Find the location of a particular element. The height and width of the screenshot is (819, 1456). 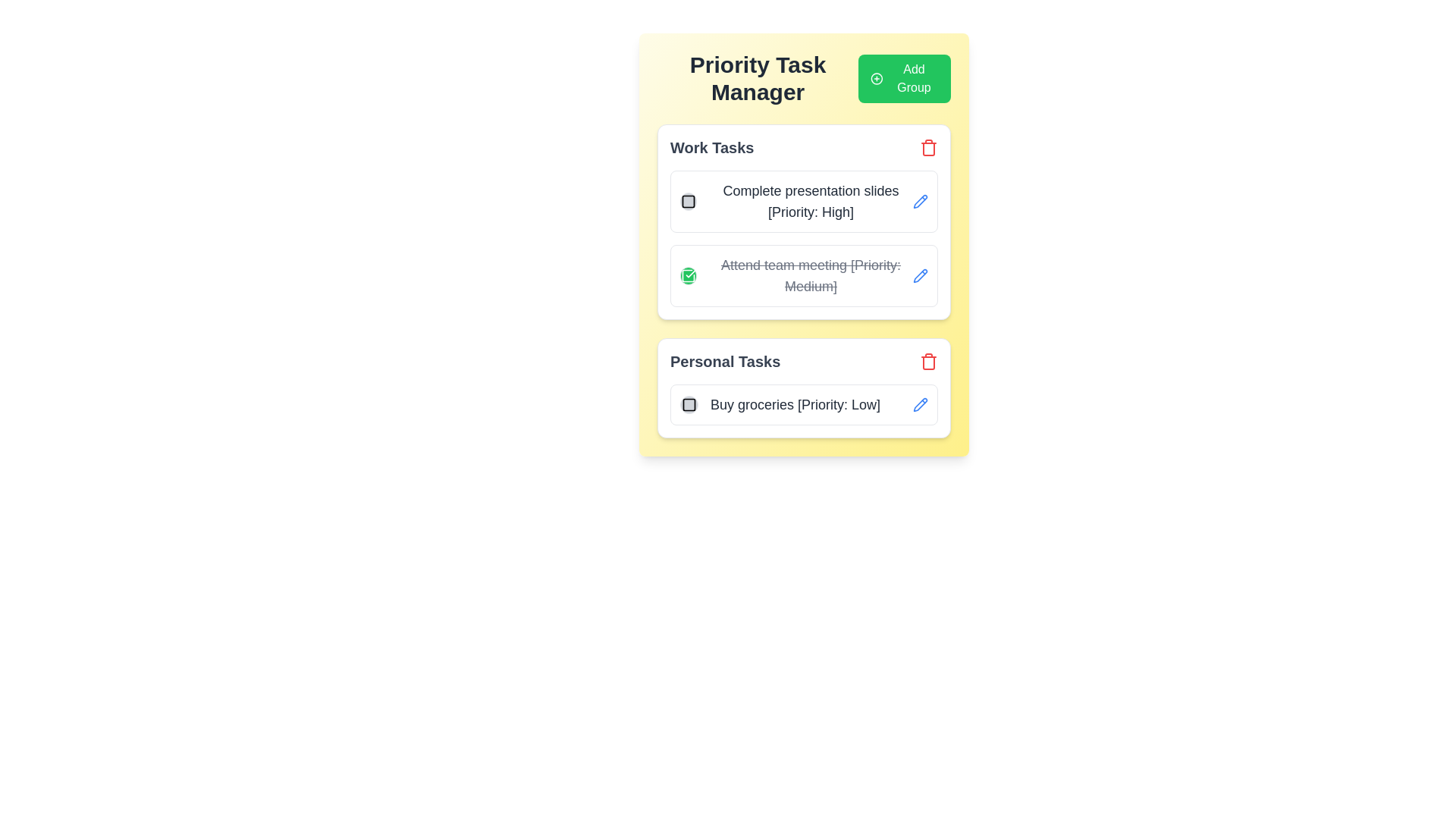

the edit button icon for the task labeled 'Attend team meeting [Priority: Medium]' is located at coordinates (920, 275).